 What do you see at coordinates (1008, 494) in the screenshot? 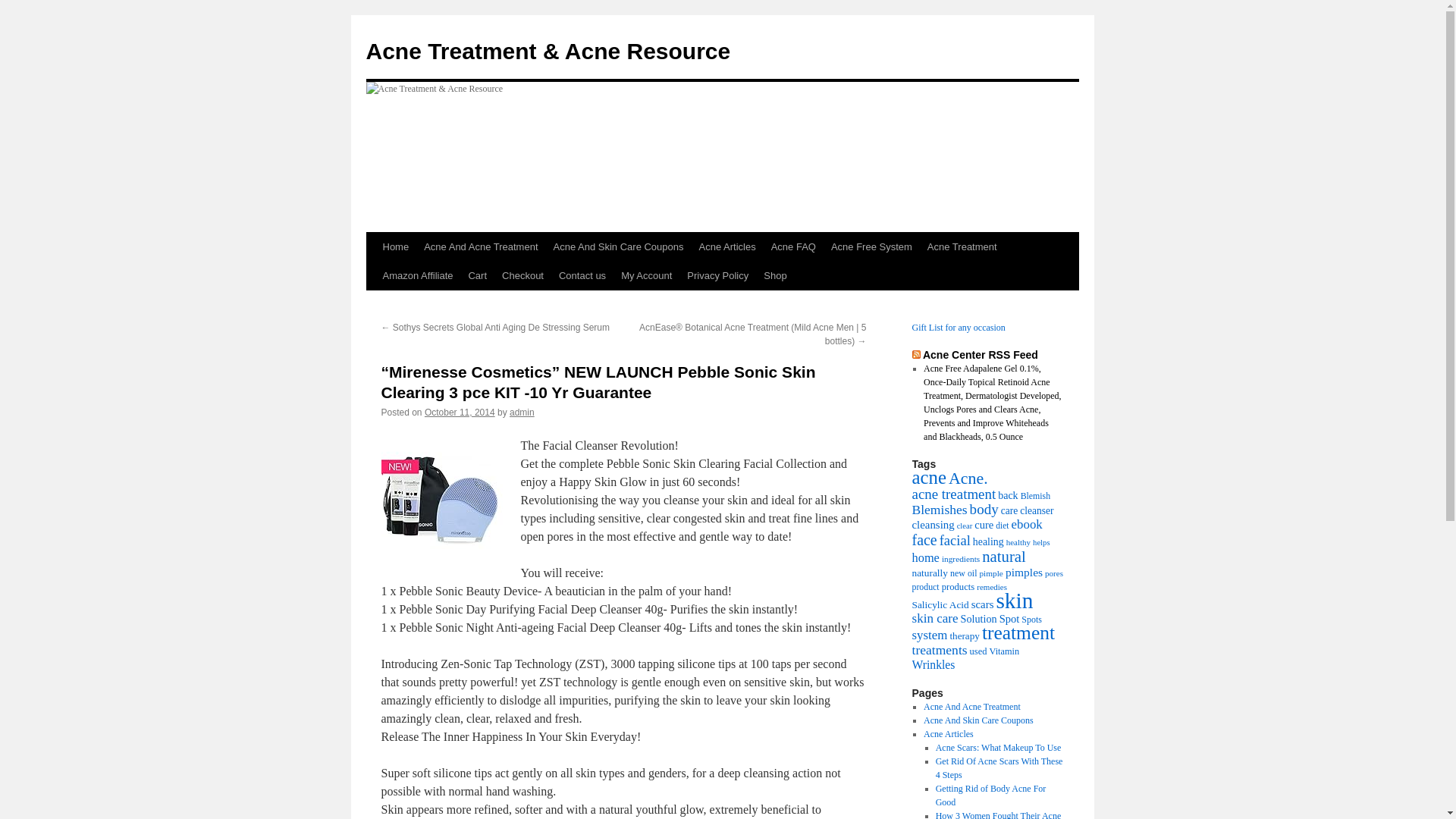
I see `'back'` at bounding box center [1008, 494].